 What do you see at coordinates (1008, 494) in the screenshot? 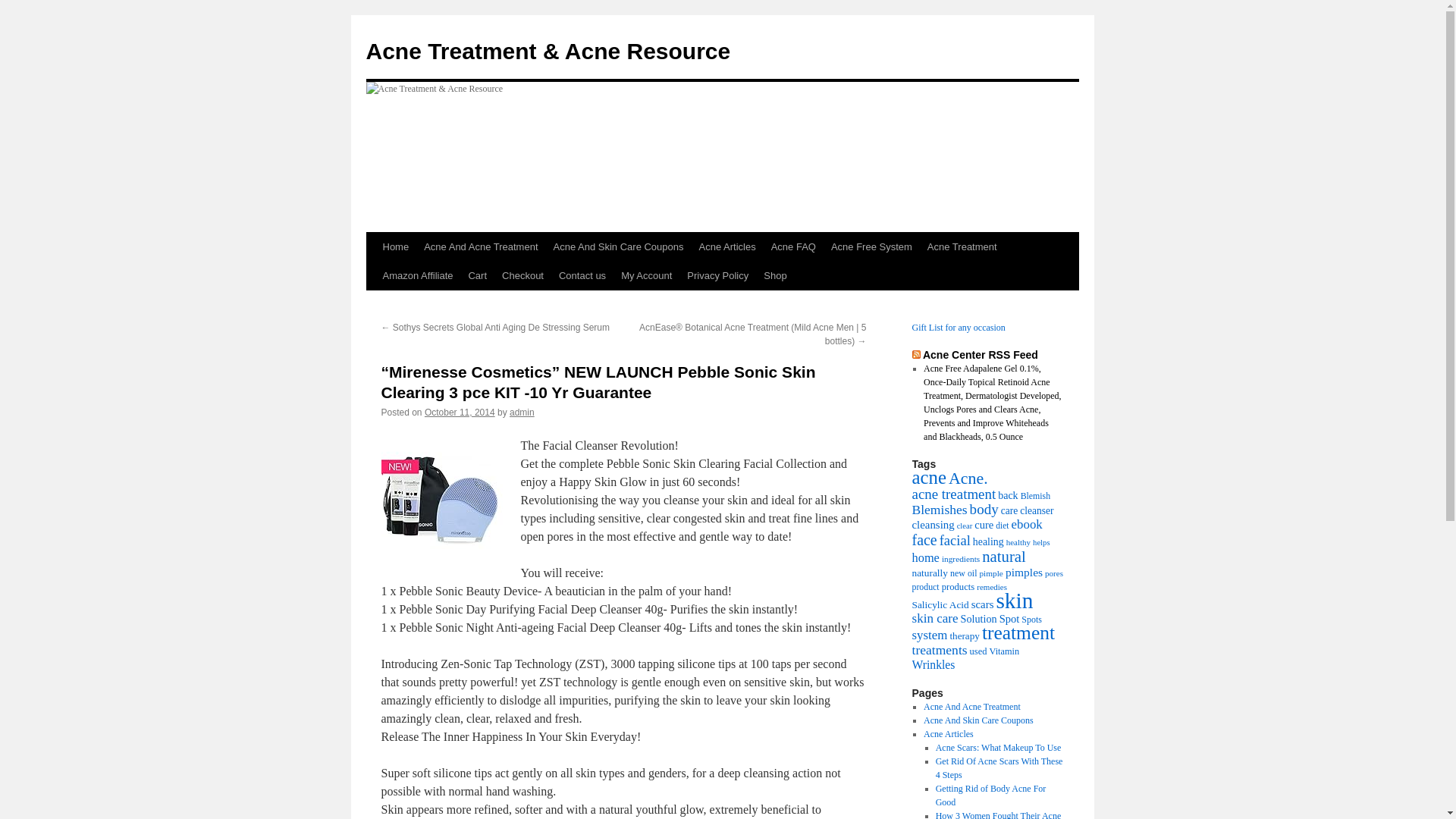
I see `'back'` at bounding box center [1008, 494].